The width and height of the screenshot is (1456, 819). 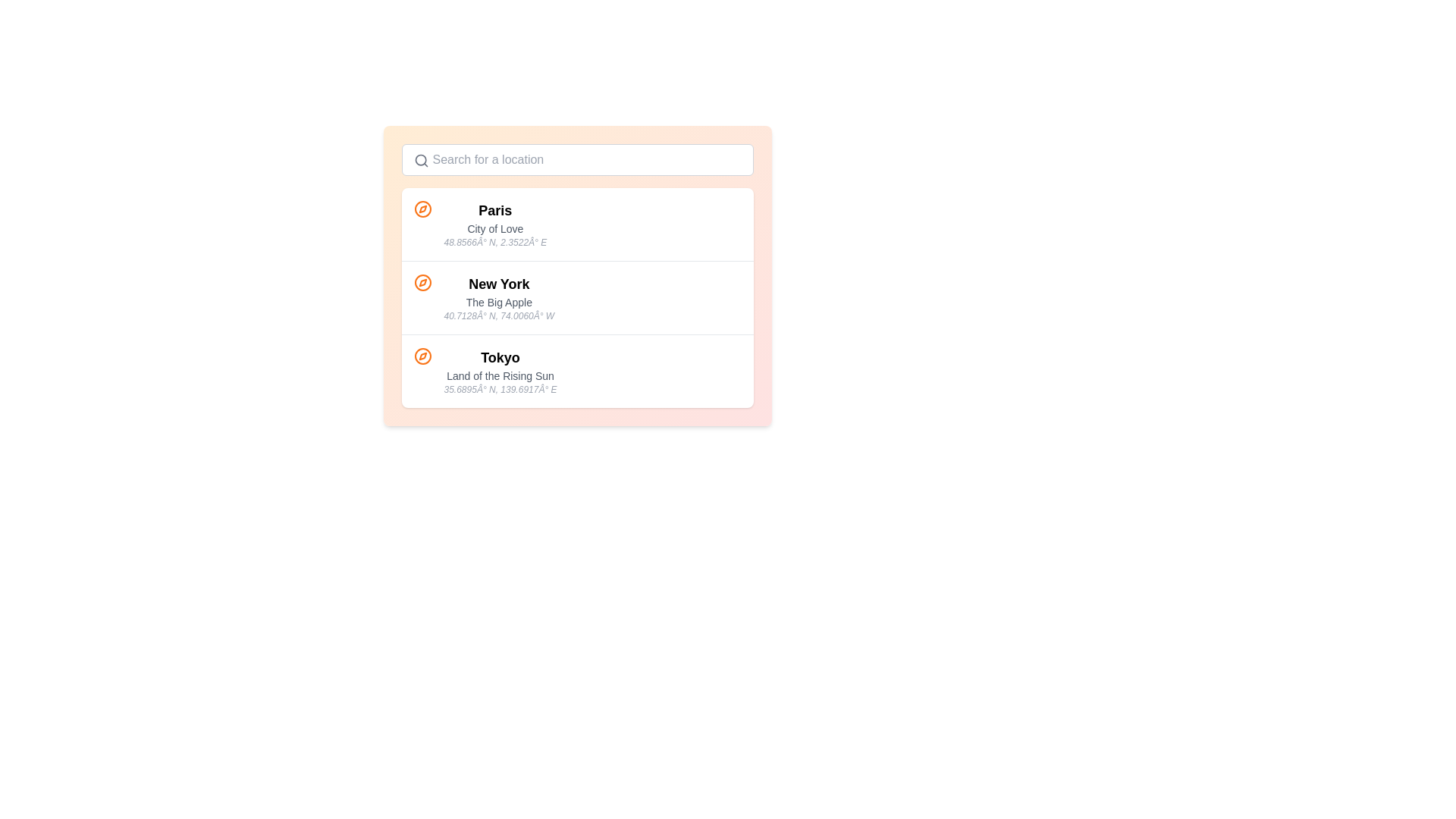 What do you see at coordinates (576, 371) in the screenshot?
I see `the third Content card` at bounding box center [576, 371].